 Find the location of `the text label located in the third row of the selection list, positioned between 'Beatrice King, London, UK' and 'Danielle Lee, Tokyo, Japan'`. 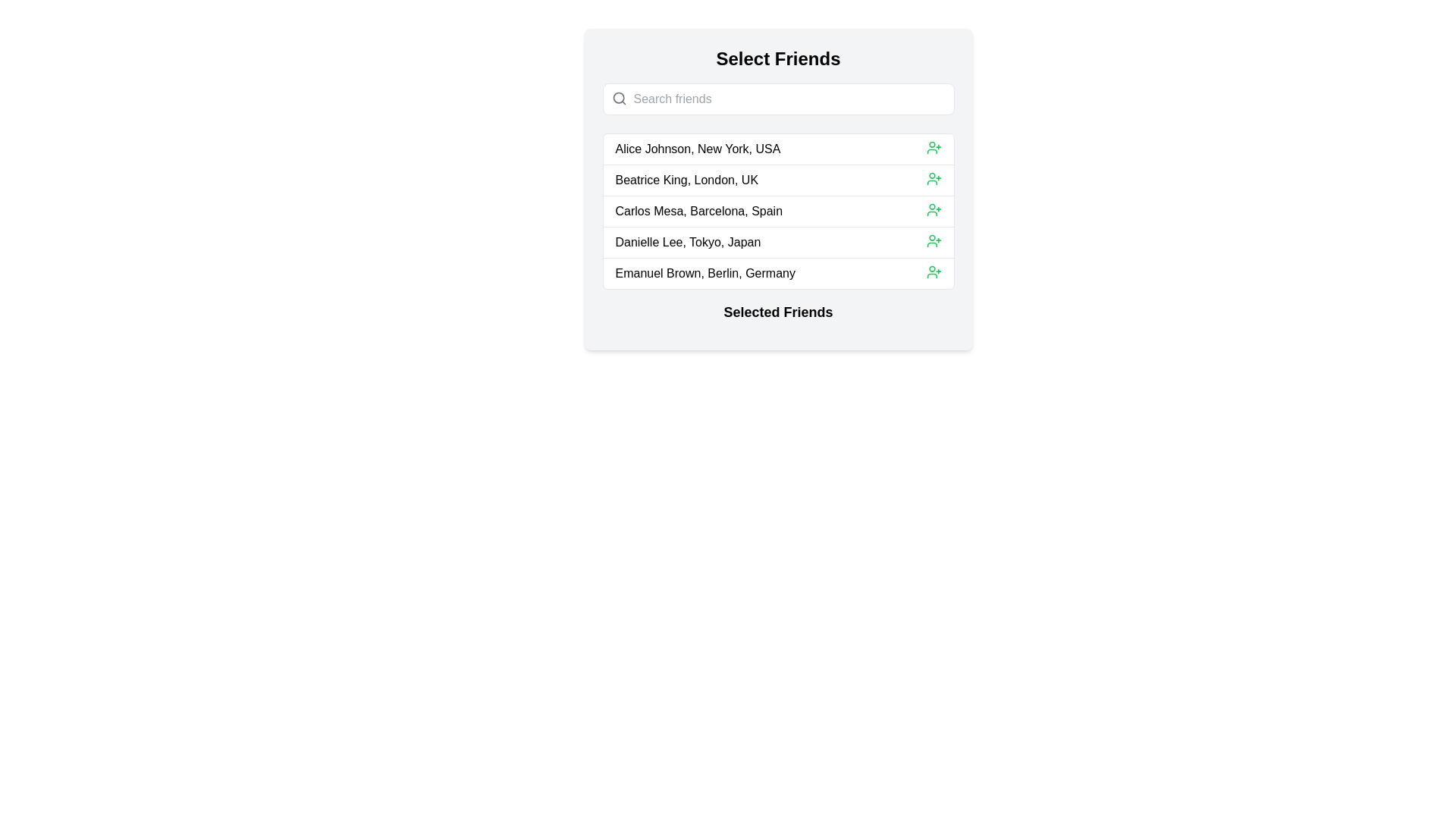

the text label located in the third row of the selection list, positioned between 'Beatrice King, London, UK' and 'Danielle Lee, Tokyo, Japan' is located at coordinates (698, 211).